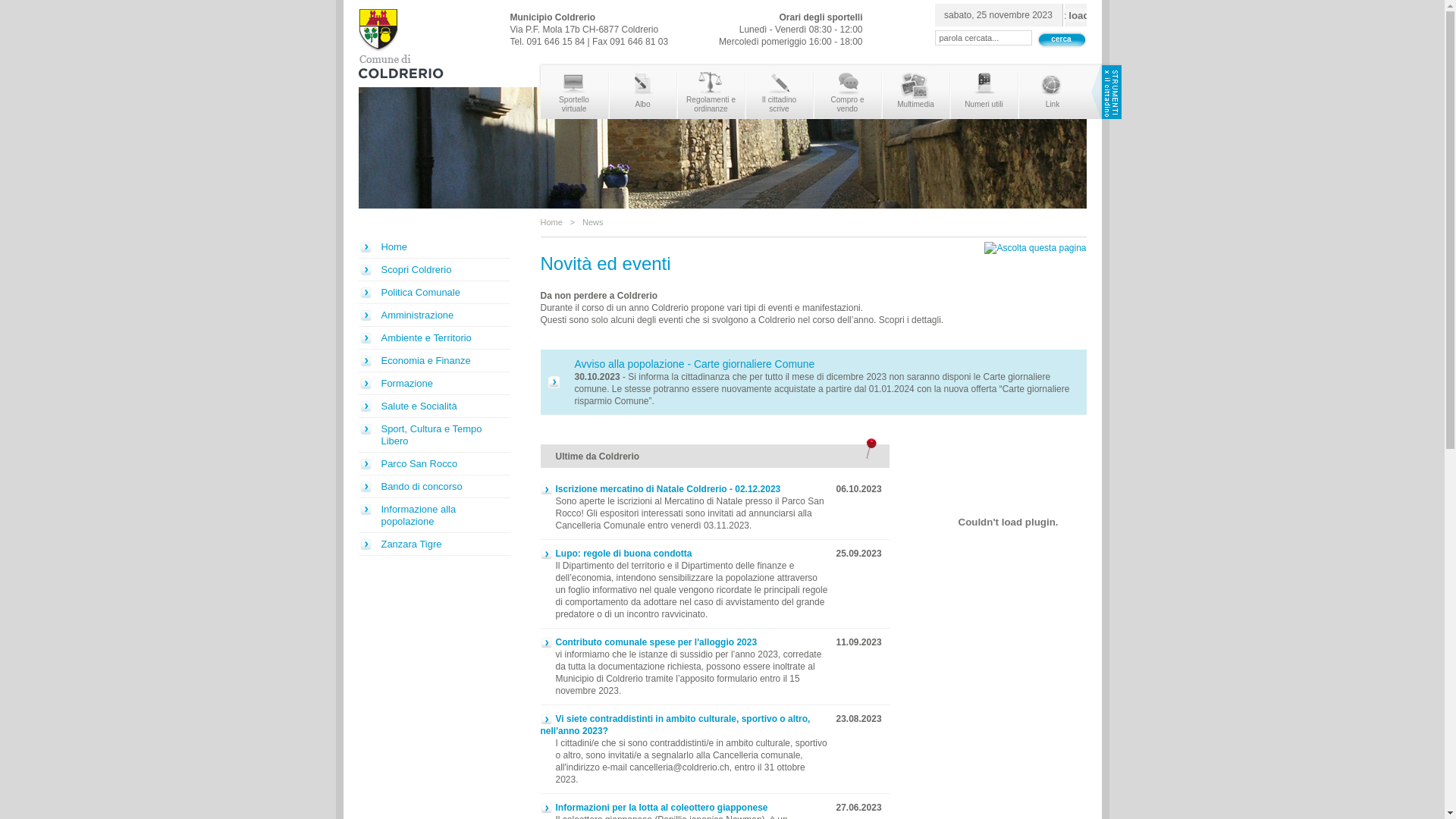  I want to click on 'Zanzara Tigre', so click(356, 543).